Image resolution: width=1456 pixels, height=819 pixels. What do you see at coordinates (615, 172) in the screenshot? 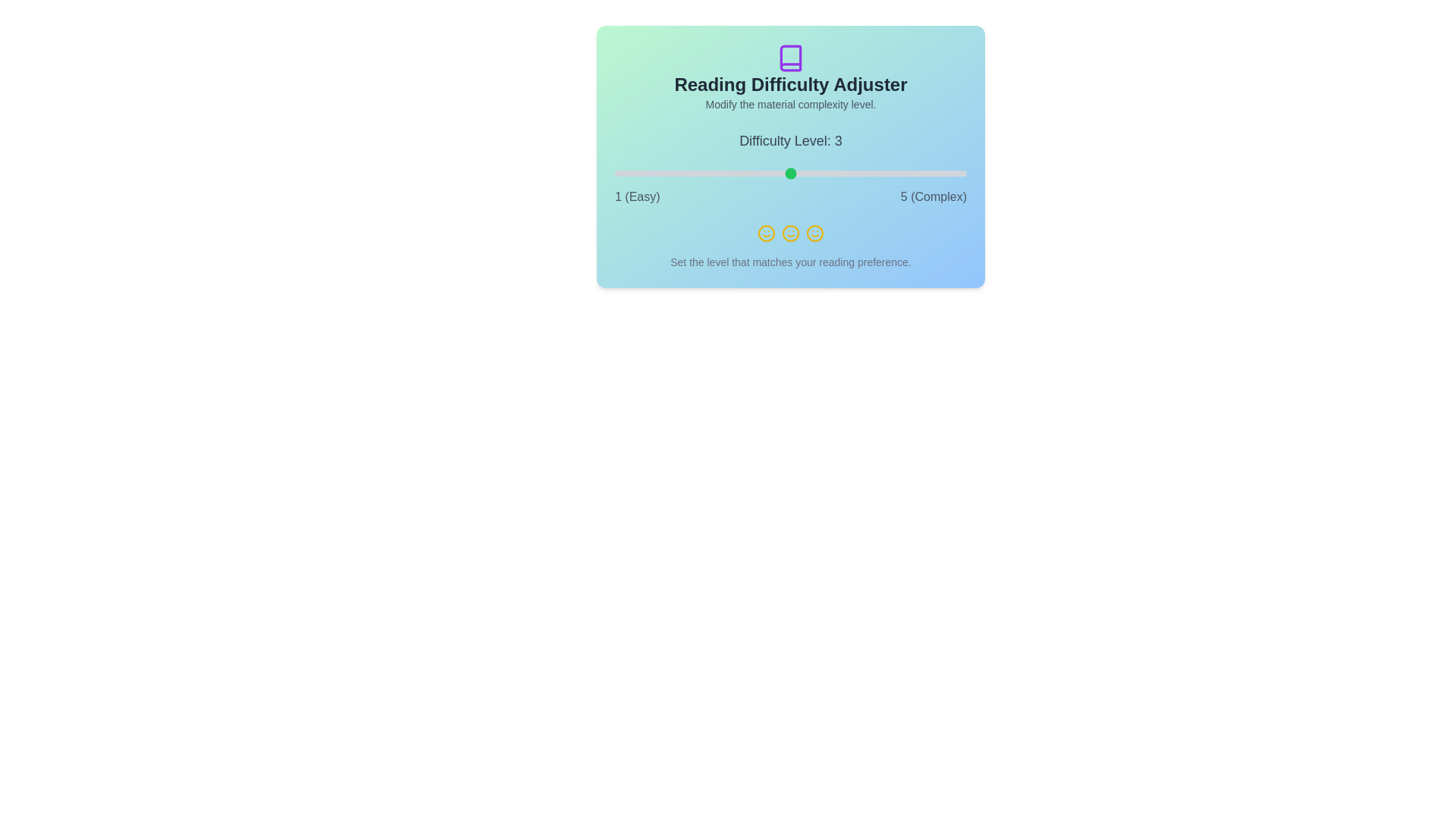
I see `the difficulty level to 1 using the slider` at bounding box center [615, 172].